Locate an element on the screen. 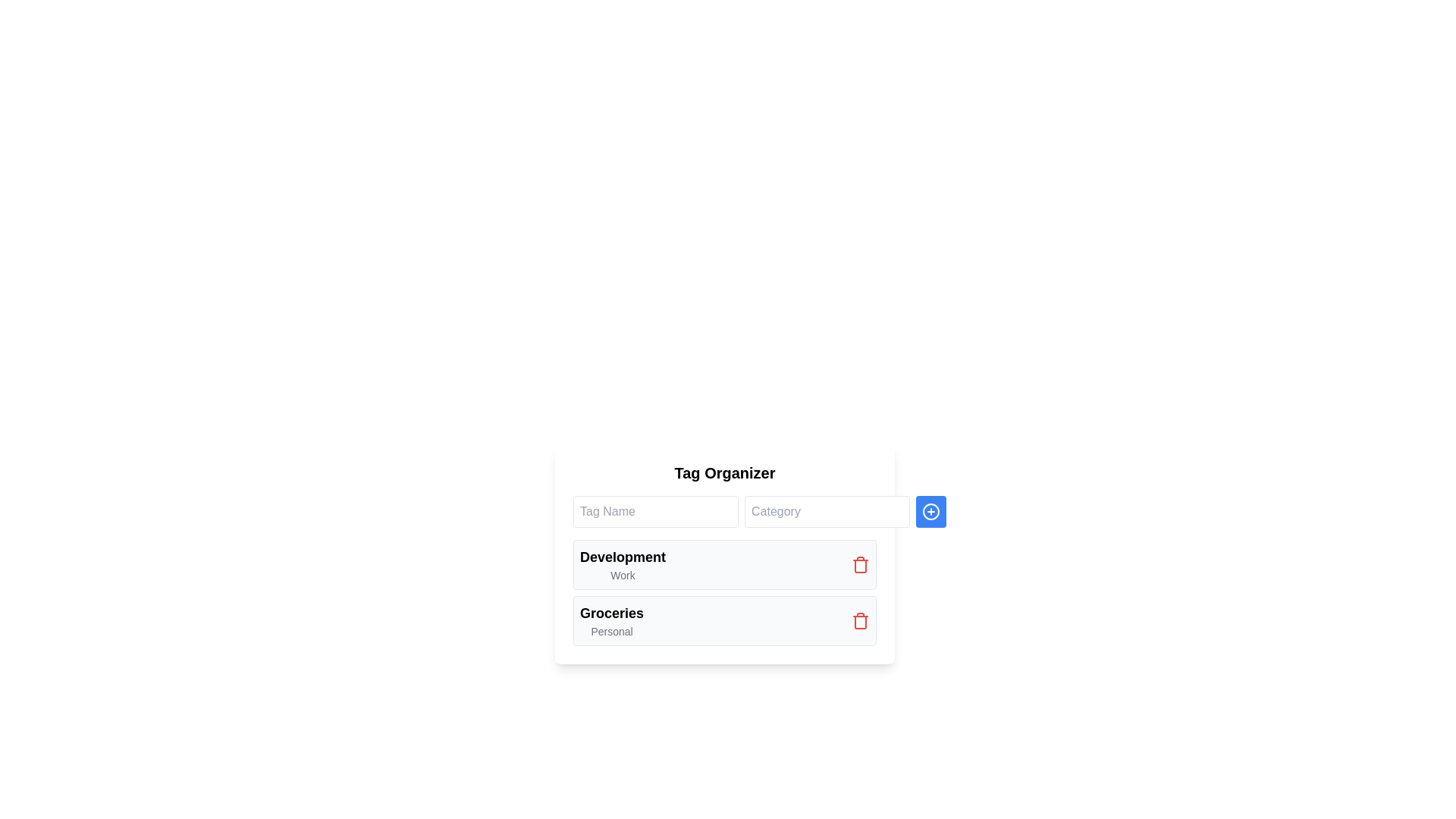  the 'Groceries' text label, which is bold and larger in size is located at coordinates (611, 613).